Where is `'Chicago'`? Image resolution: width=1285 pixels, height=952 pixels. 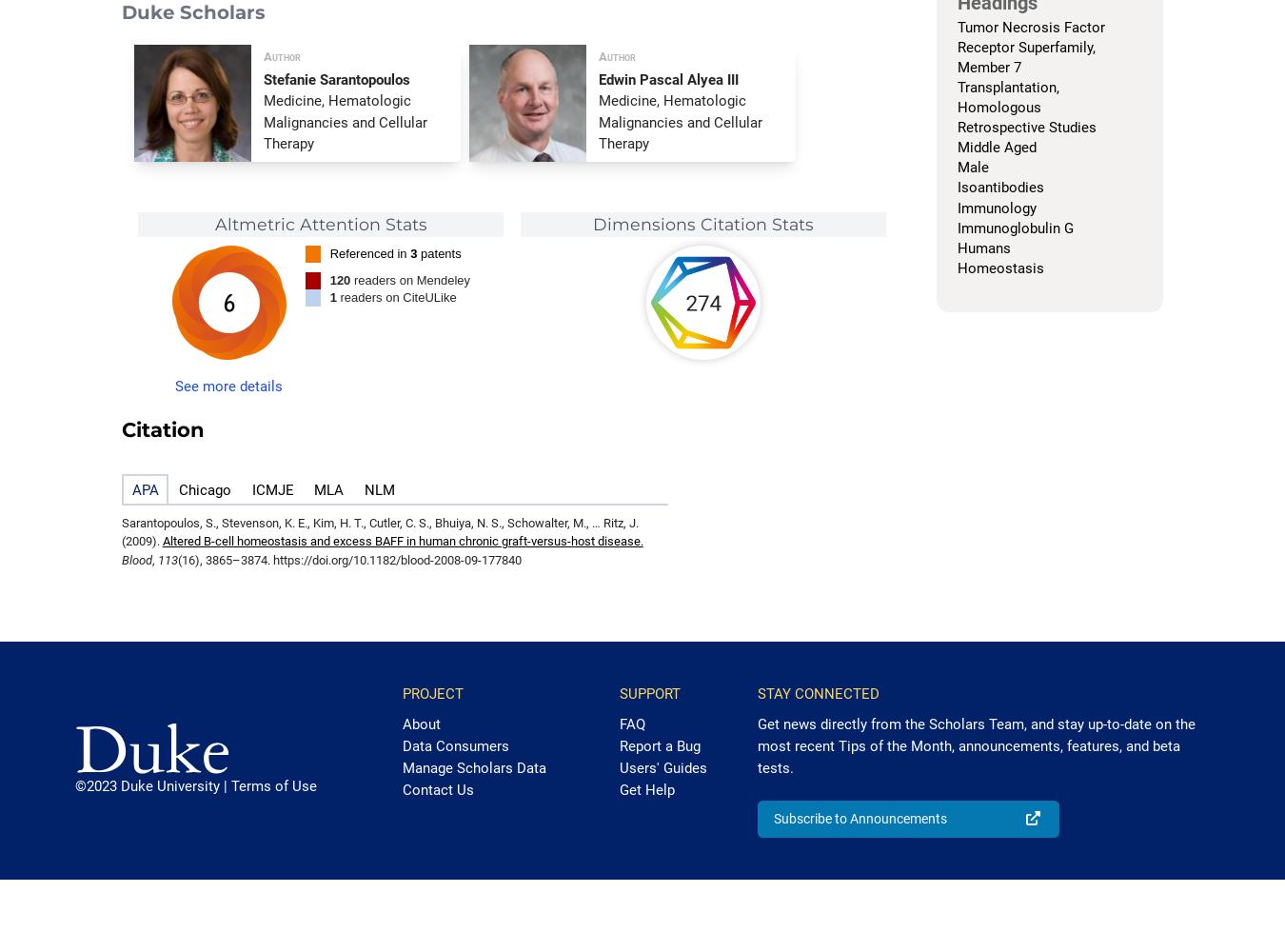
'Chicago' is located at coordinates (205, 490).